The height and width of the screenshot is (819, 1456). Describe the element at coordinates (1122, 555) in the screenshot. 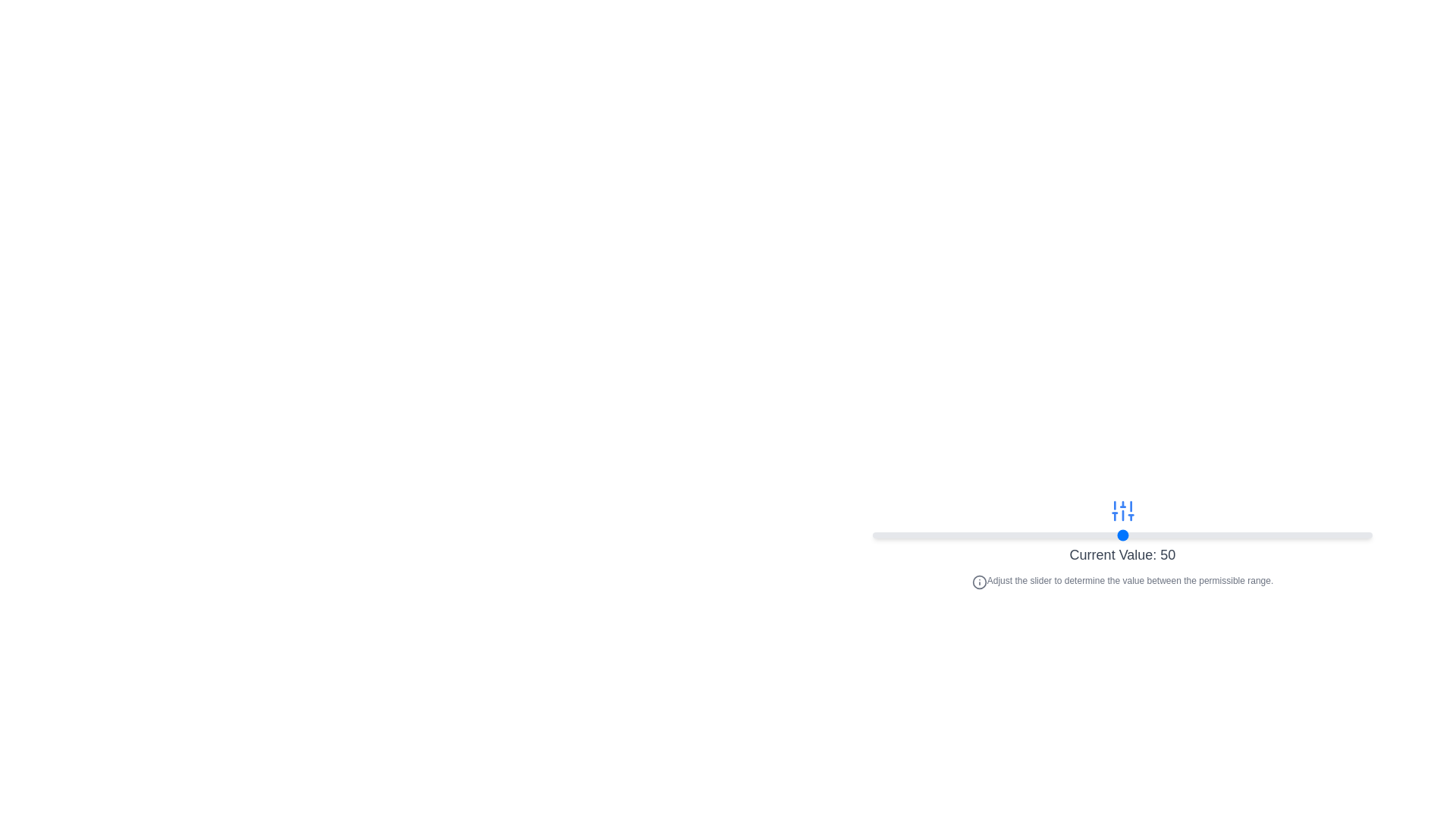

I see `the text label displaying 'Current Value: 50', which is positioned below the slider component and serves as the primary textual indicator` at that location.